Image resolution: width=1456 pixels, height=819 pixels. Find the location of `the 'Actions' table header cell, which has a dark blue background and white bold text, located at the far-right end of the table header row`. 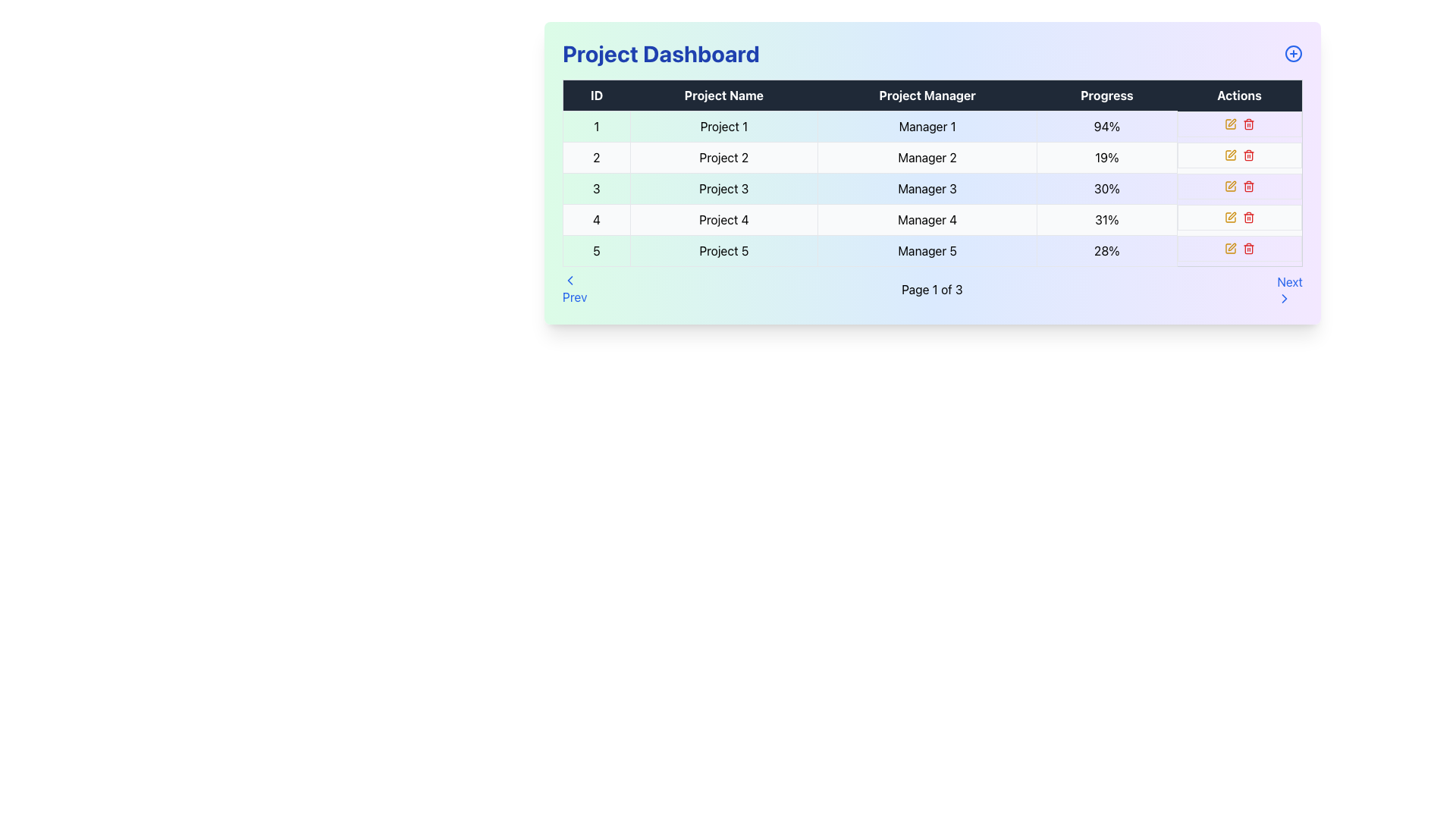

the 'Actions' table header cell, which has a dark blue background and white bold text, located at the far-right end of the table header row is located at coordinates (1239, 96).